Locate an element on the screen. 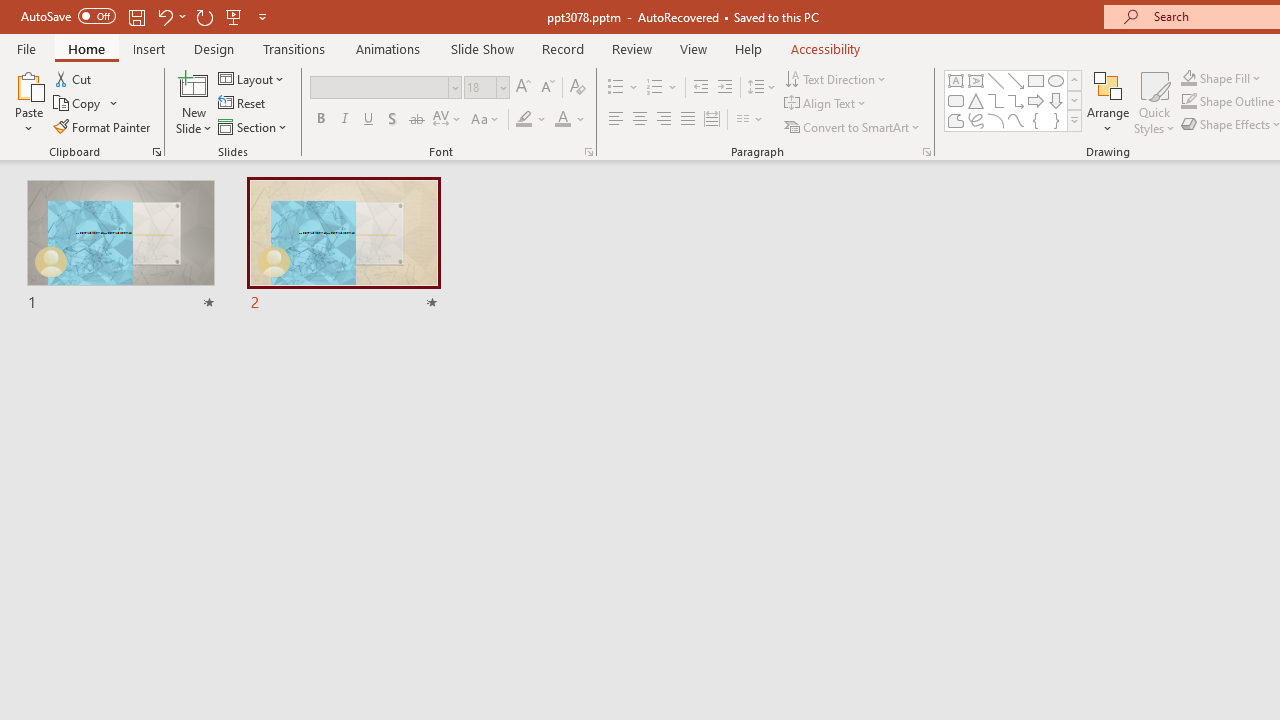 The width and height of the screenshot is (1280, 720). 'Shapes' is located at coordinates (1073, 120).